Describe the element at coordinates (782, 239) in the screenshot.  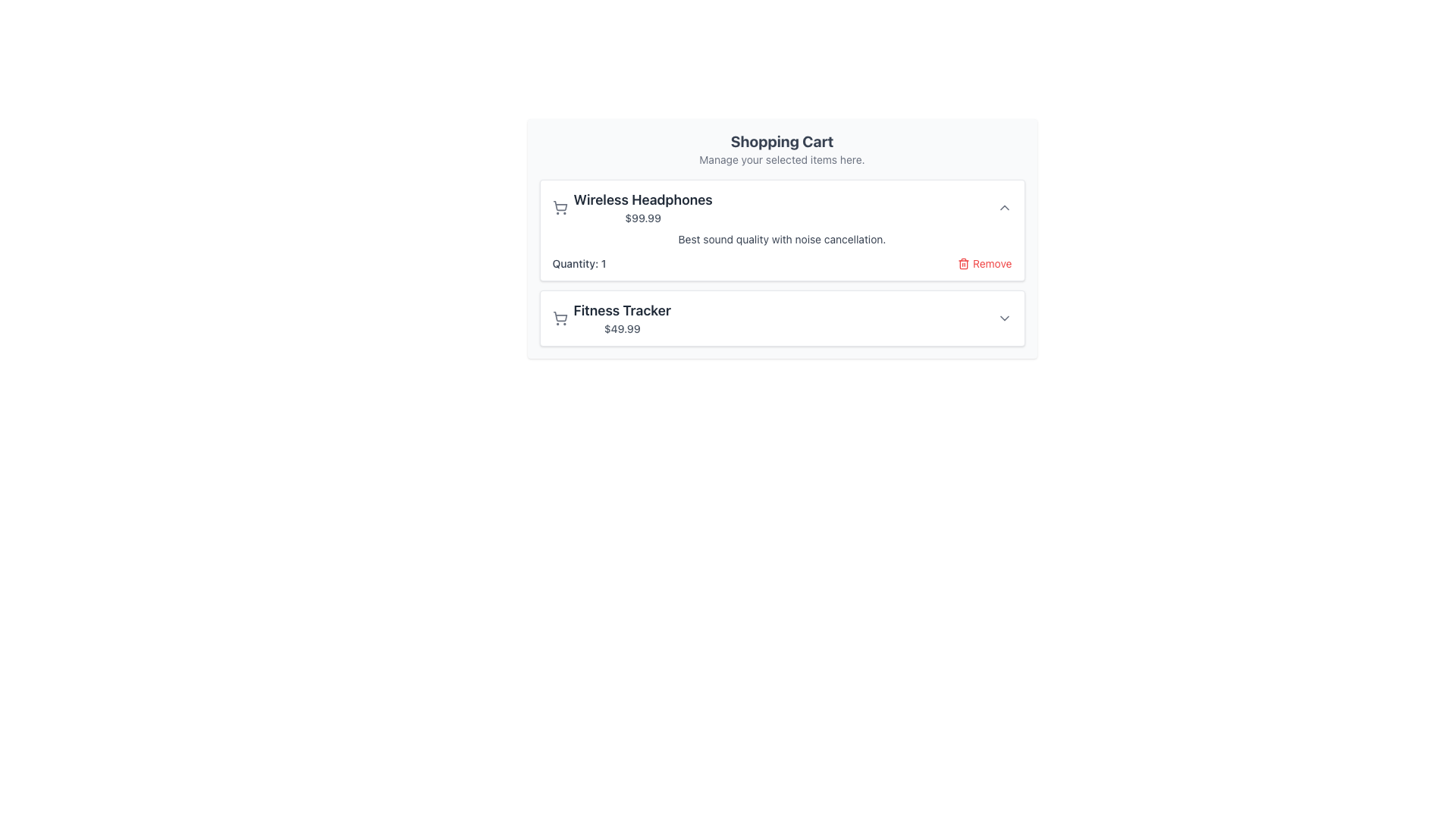
I see `the descriptive text element for the 'Wireless Headphones' product in the shopping cart, located above the 'Quantity' and 'Remove' controls` at that location.